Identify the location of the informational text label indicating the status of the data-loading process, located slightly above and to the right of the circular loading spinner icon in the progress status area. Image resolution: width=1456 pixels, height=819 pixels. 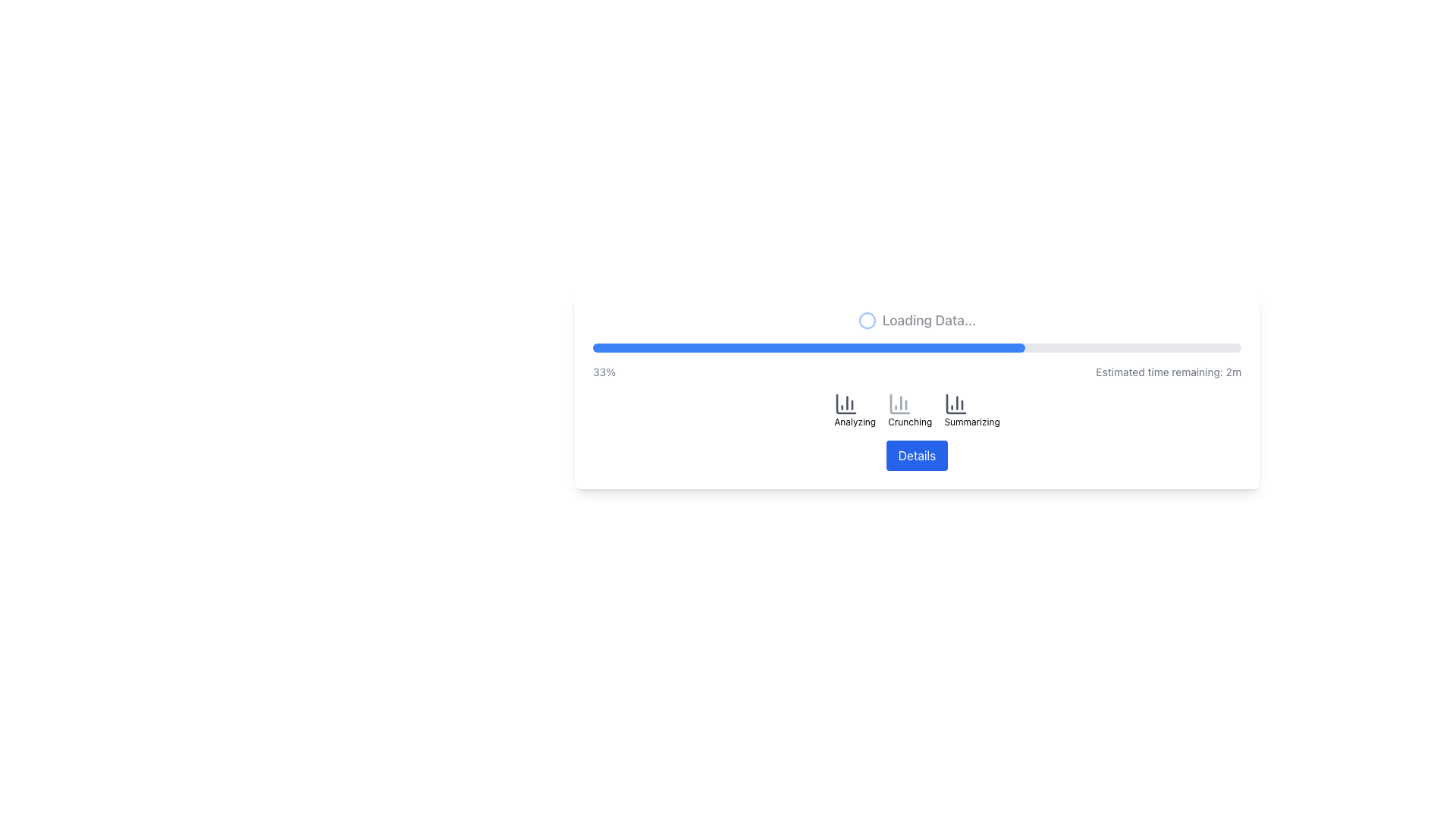
(928, 320).